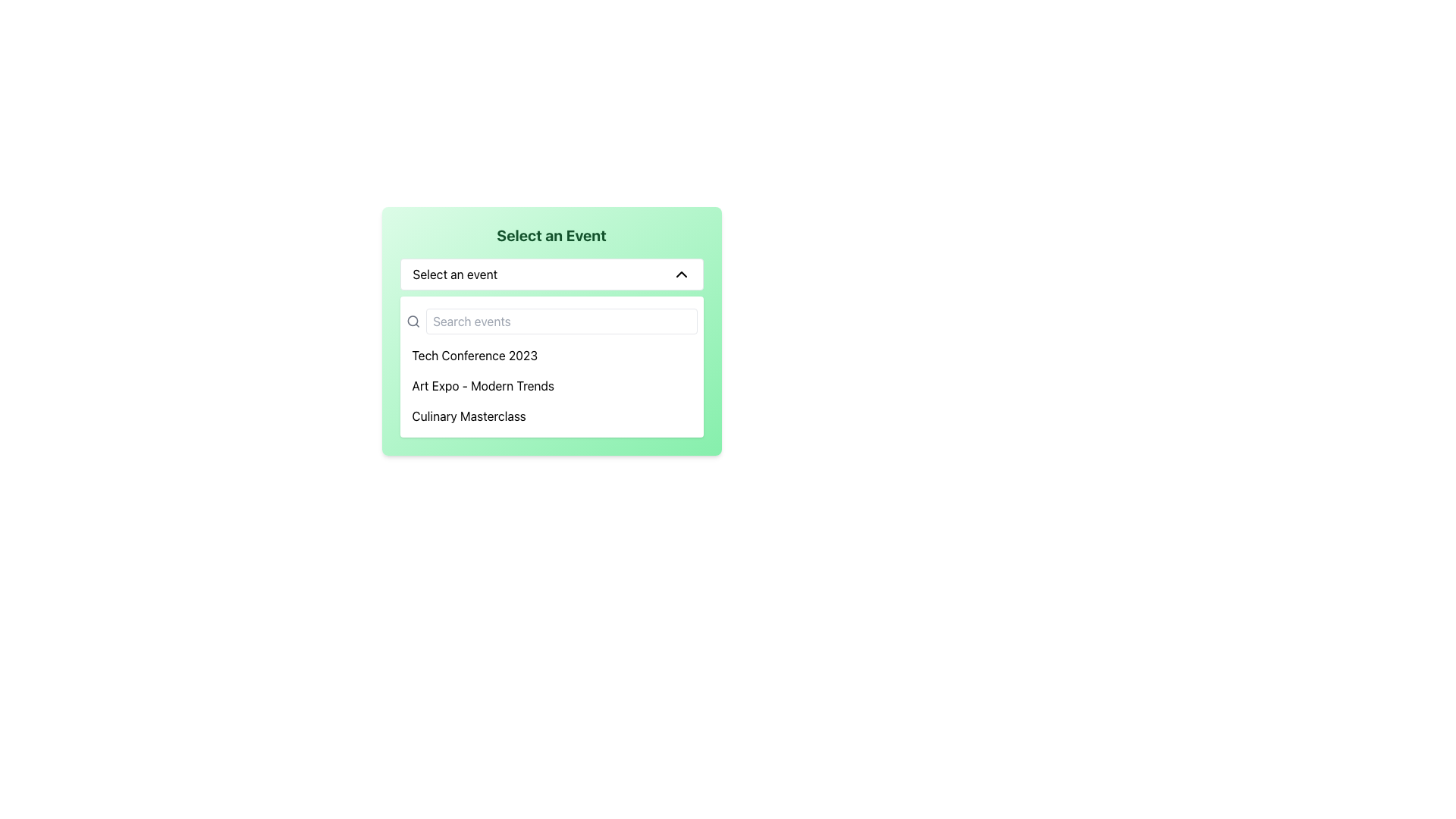  I want to click on the selectable menu option displaying 'Art Expo - Modern Trends', so click(551, 385).